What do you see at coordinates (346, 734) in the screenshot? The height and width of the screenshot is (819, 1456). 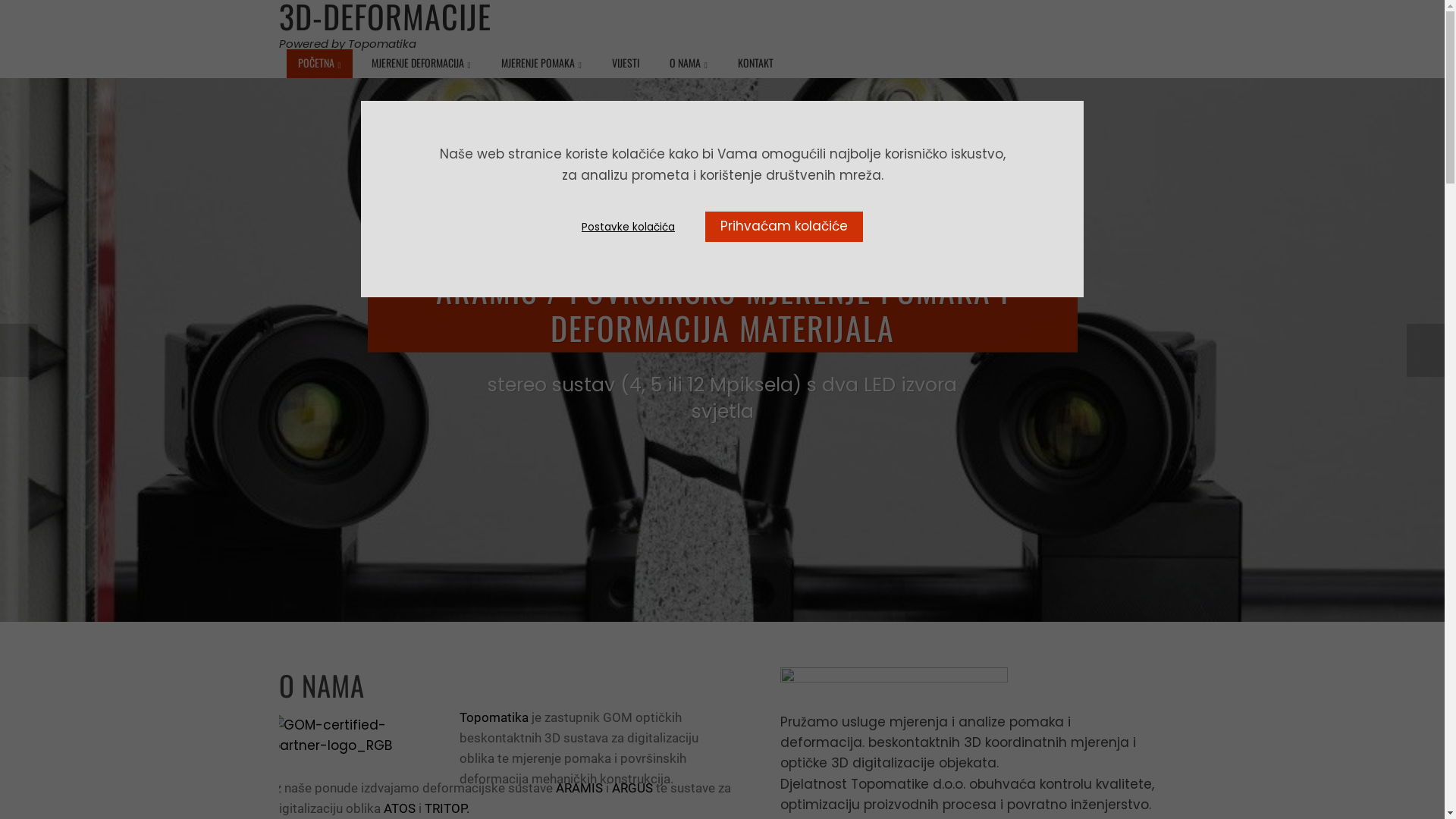 I see `'GOM-certified-partner-logo_RGB'` at bounding box center [346, 734].